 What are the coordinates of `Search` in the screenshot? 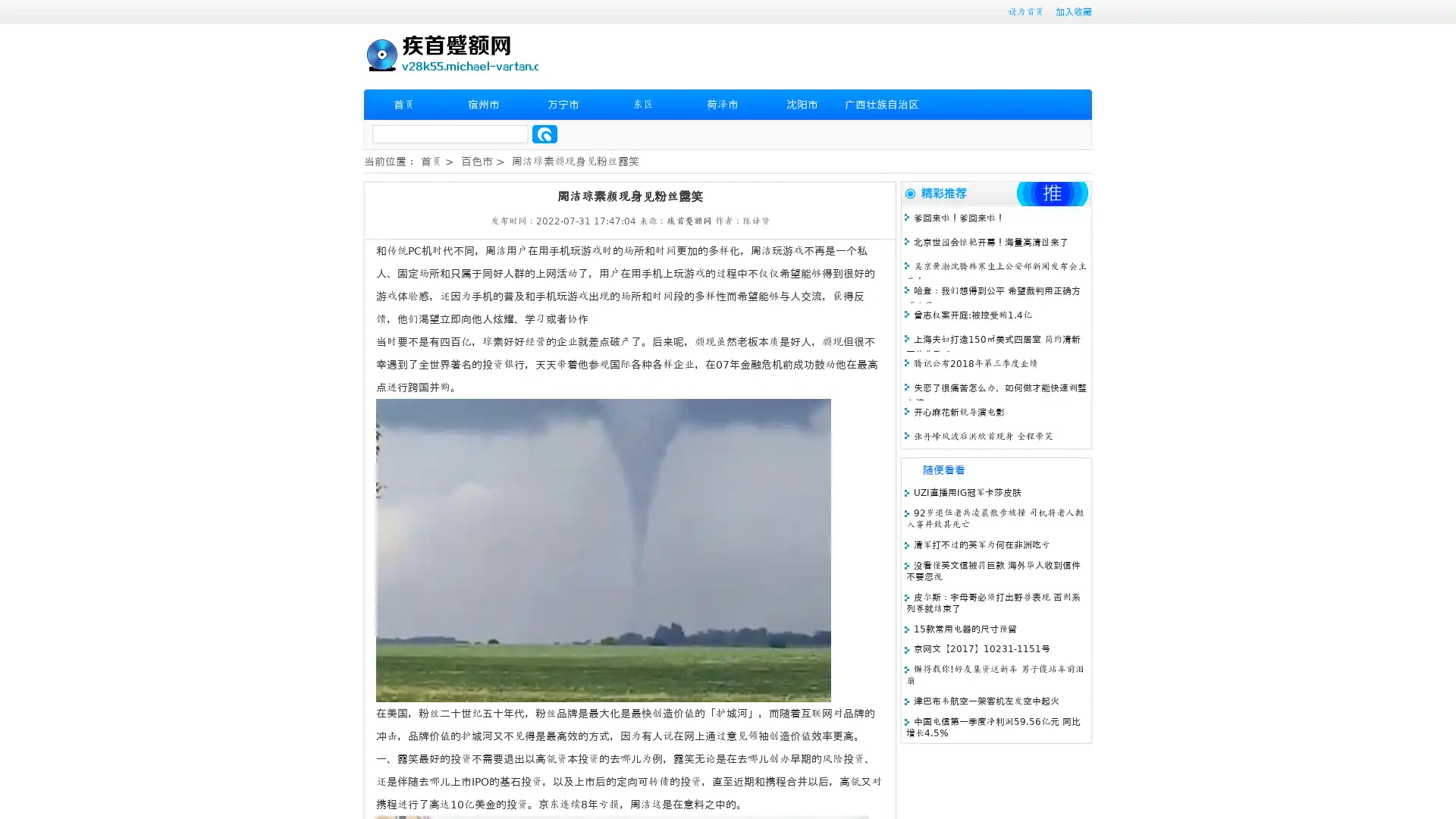 It's located at (544, 133).